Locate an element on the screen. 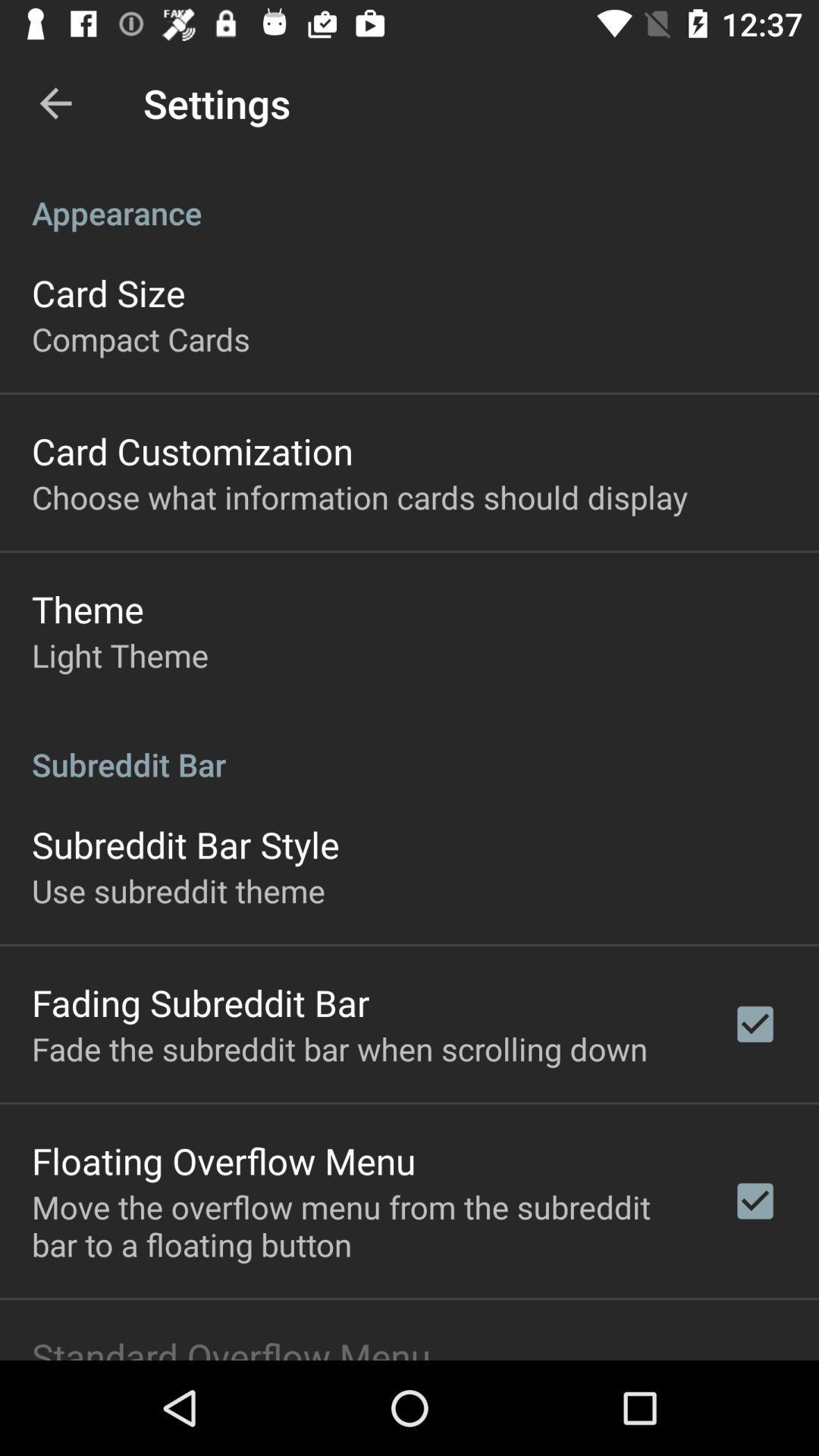  item below the card size app is located at coordinates (140, 337).